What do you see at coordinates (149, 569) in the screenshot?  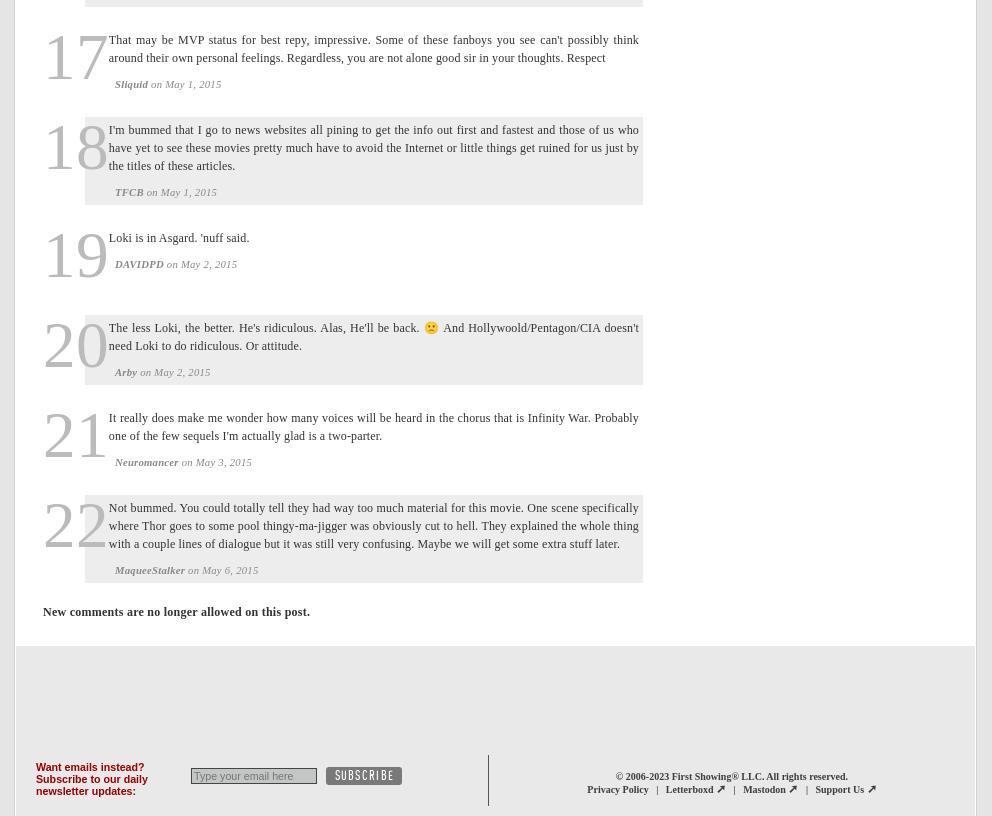 I see `'MaqueeStalker'` at bounding box center [149, 569].